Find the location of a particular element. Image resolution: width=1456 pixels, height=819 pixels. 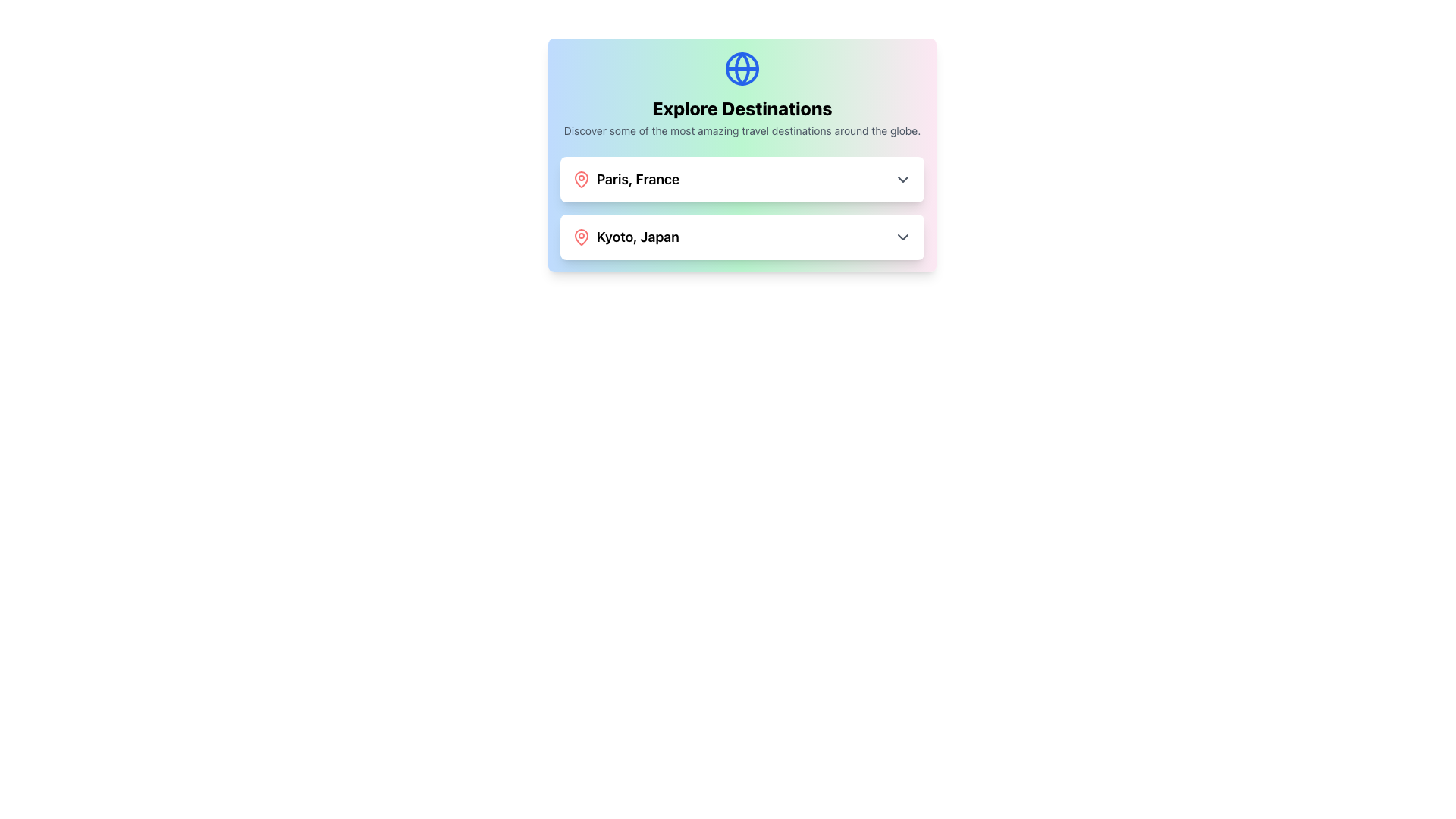

the static text that provides context for the travel destinations section, located directly beneath the 'Explore Destinations' header is located at coordinates (742, 130).